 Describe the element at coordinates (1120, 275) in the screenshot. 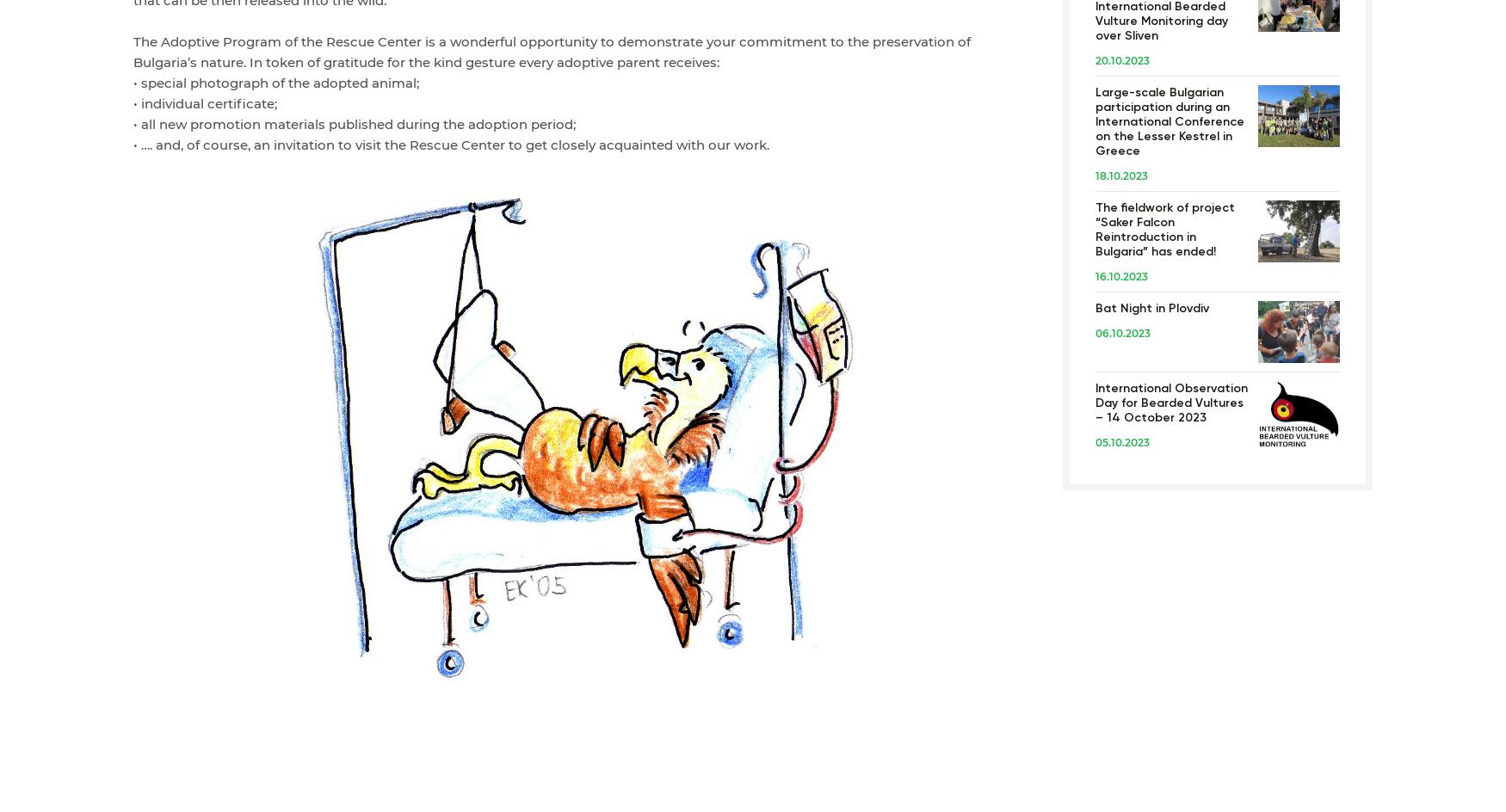

I see `'16.10.2023'` at that location.